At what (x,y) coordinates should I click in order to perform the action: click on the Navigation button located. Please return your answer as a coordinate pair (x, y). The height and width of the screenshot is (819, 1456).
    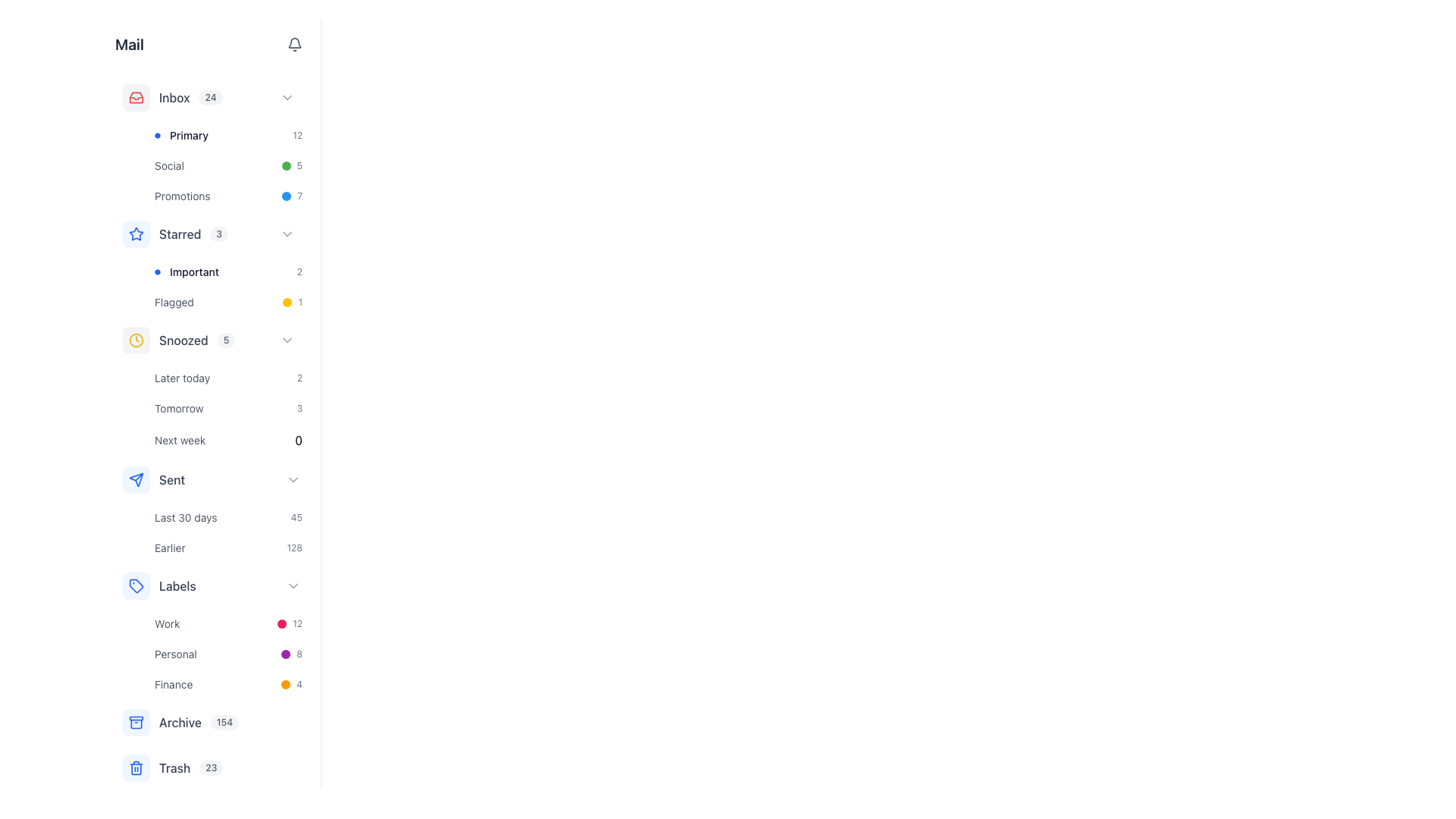
    Looking at the image, I should click on (227, 287).